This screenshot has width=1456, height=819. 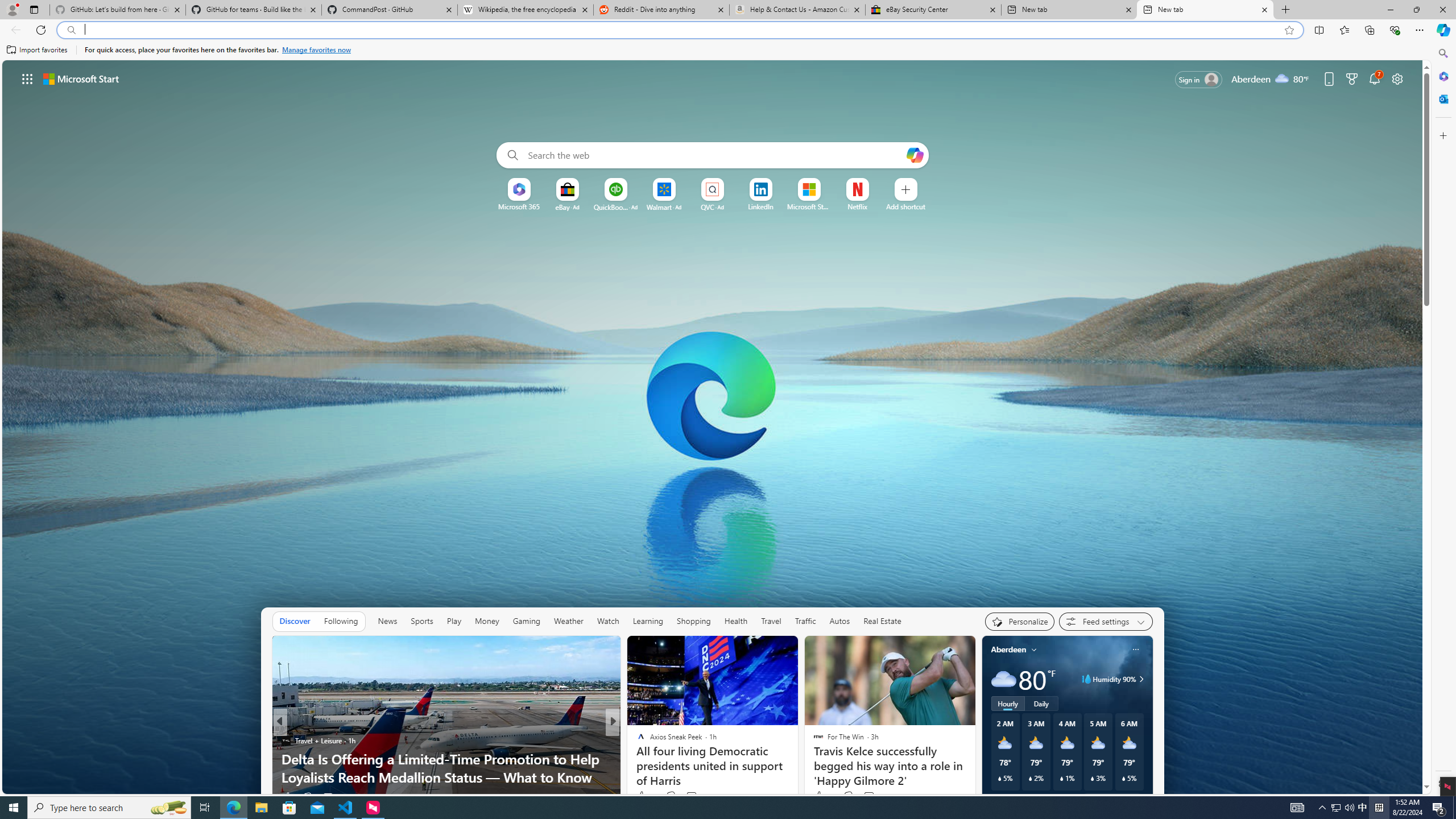 What do you see at coordinates (696, 797) in the screenshot?
I see `'View comments 31 Comment'` at bounding box center [696, 797].